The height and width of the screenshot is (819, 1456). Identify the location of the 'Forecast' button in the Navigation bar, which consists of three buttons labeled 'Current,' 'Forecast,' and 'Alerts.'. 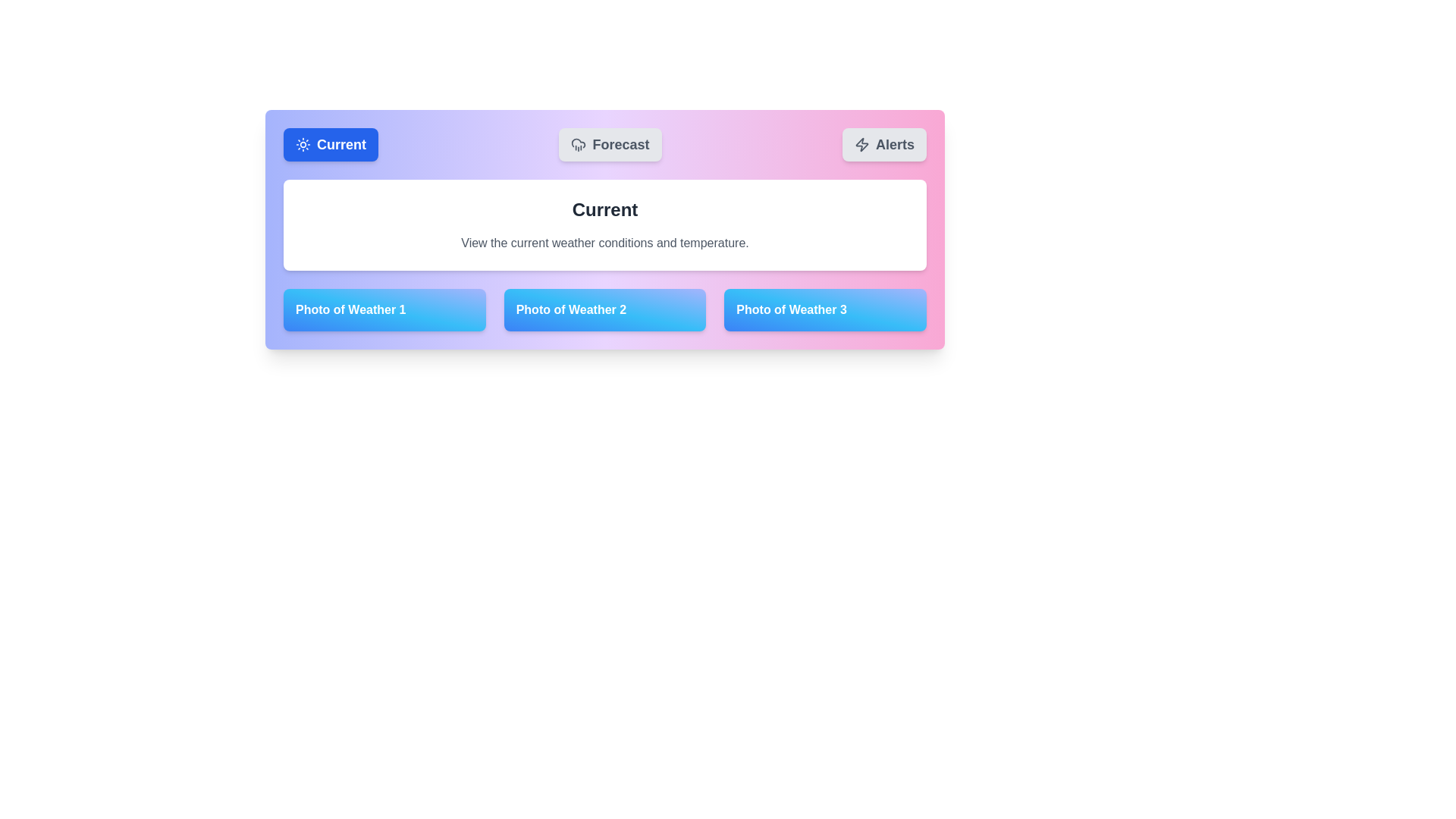
(604, 145).